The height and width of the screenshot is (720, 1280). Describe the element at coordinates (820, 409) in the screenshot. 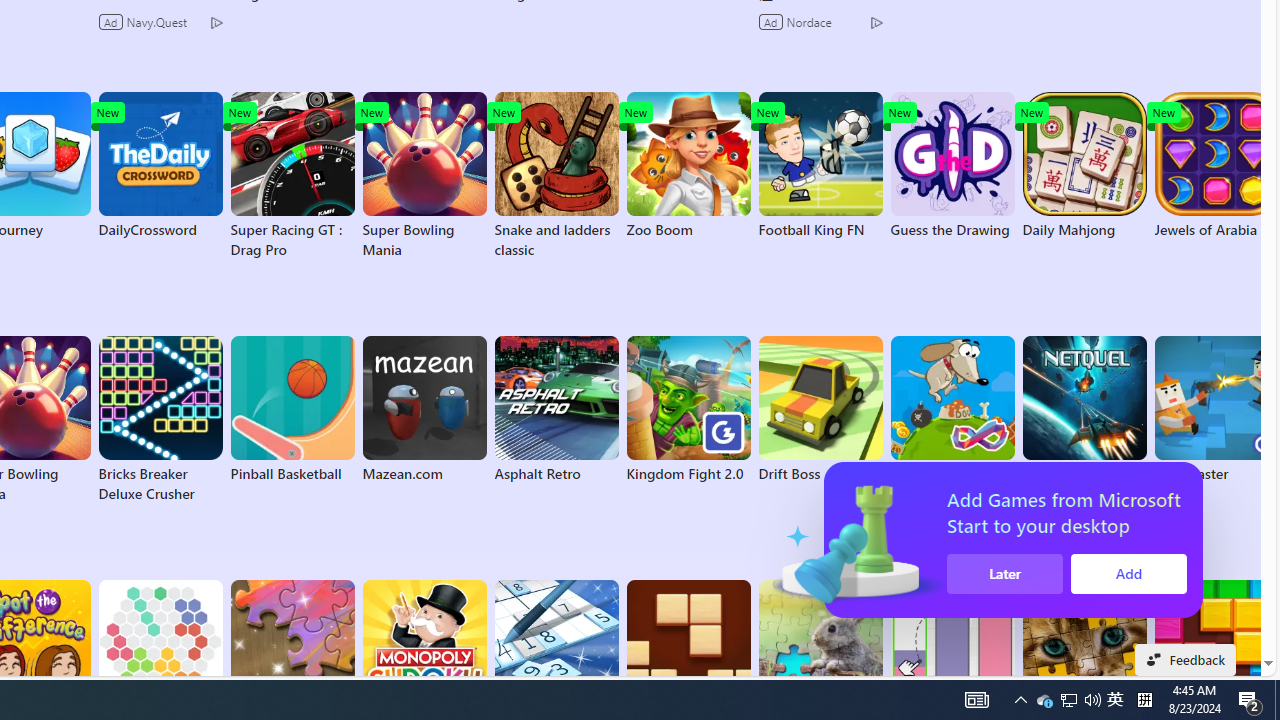

I see `'Drift Boss'` at that location.